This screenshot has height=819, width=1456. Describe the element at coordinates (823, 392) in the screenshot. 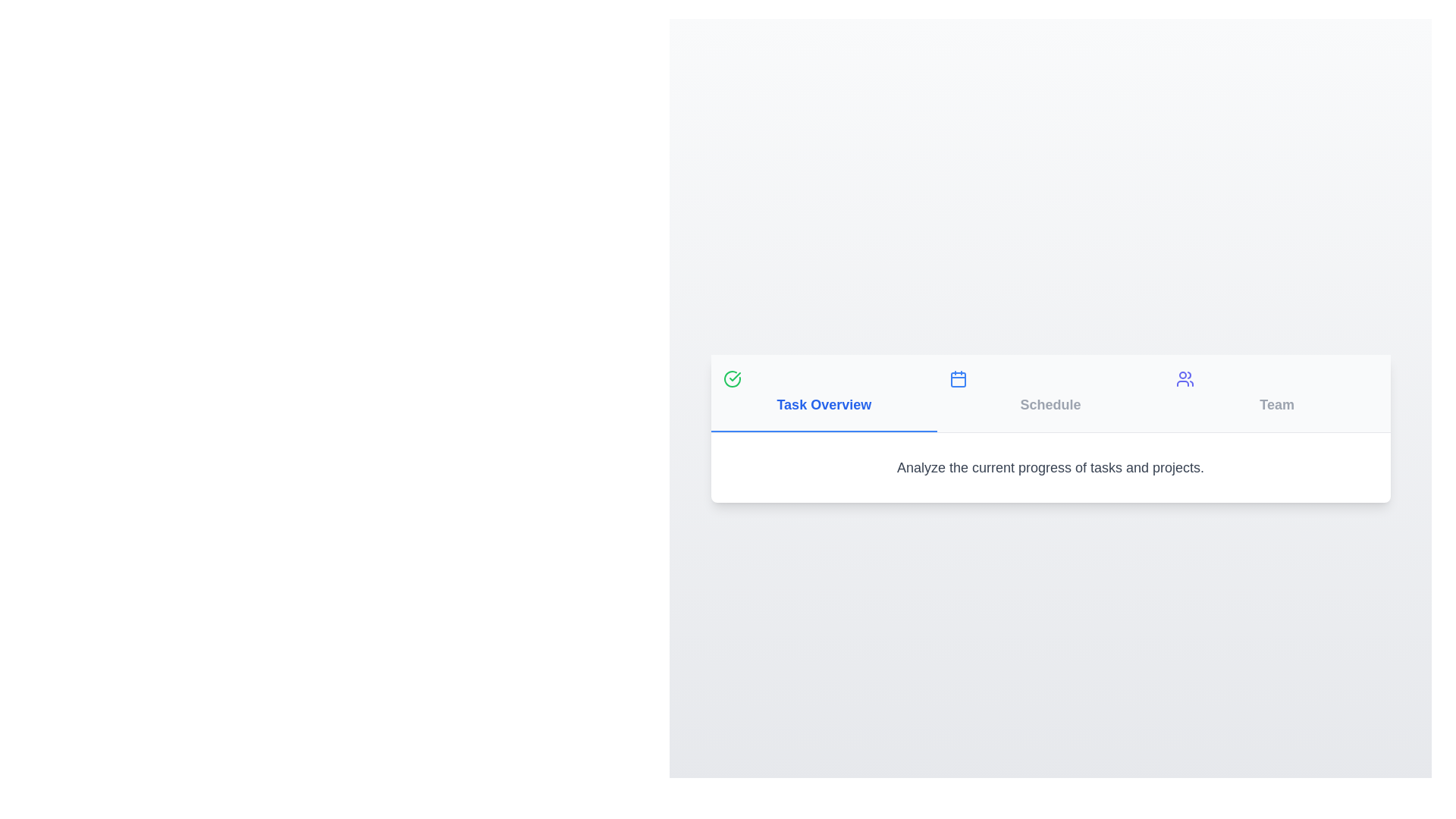

I see `the tab labeled Task Overview to select it` at that location.